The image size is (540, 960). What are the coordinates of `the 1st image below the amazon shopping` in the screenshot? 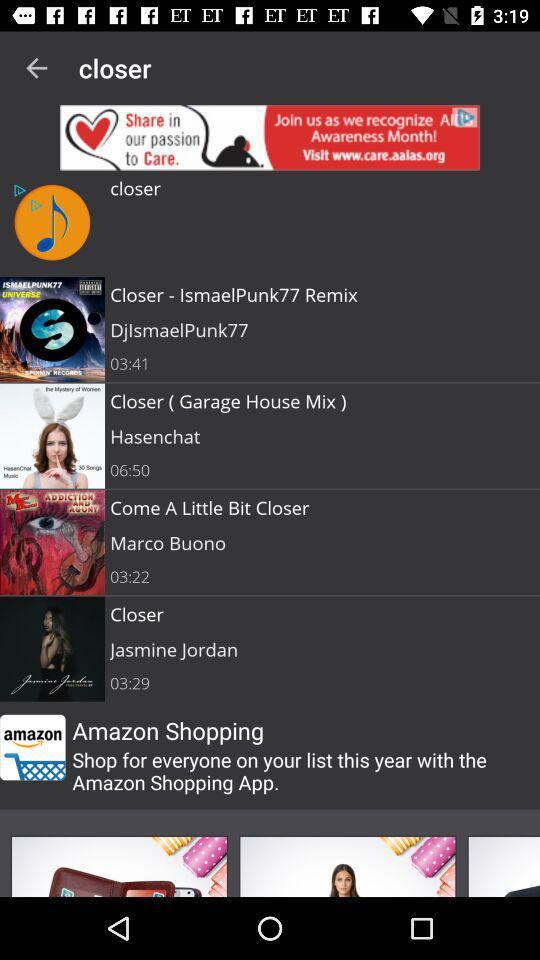 It's located at (119, 865).